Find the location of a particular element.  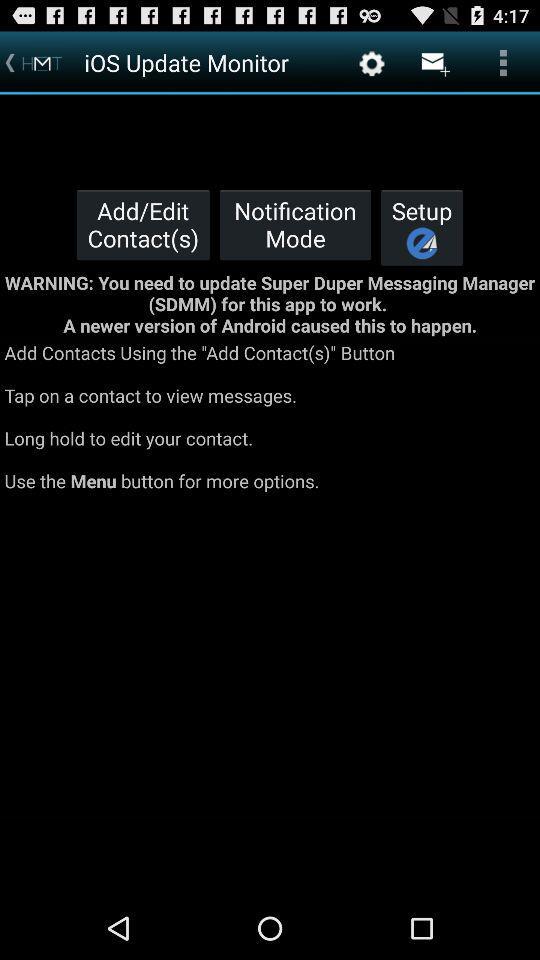

the button next to add edit contact is located at coordinates (294, 224).